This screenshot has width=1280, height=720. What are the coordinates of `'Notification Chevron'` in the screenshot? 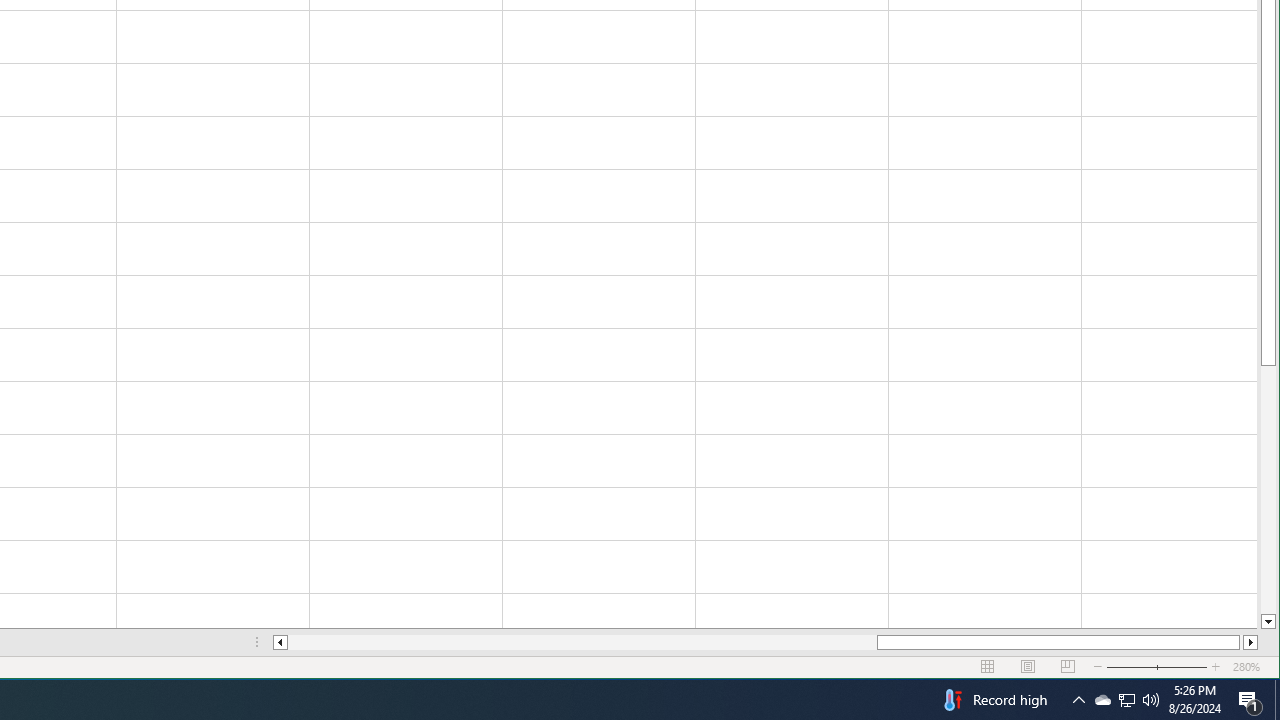 It's located at (1078, 698).